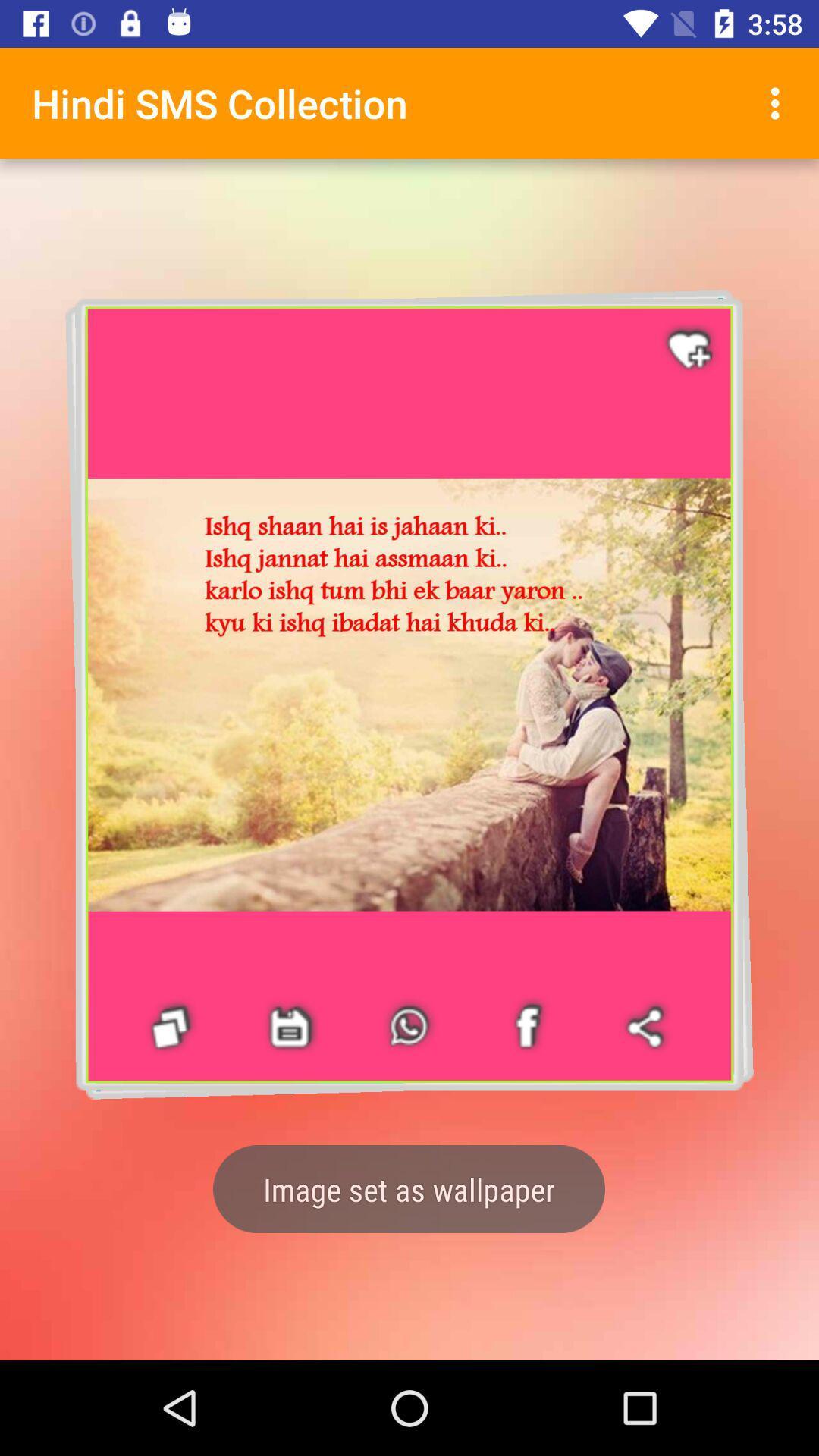 The height and width of the screenshot is (1456, 819). I want to click on the facebook icon, so click(171, 1027).